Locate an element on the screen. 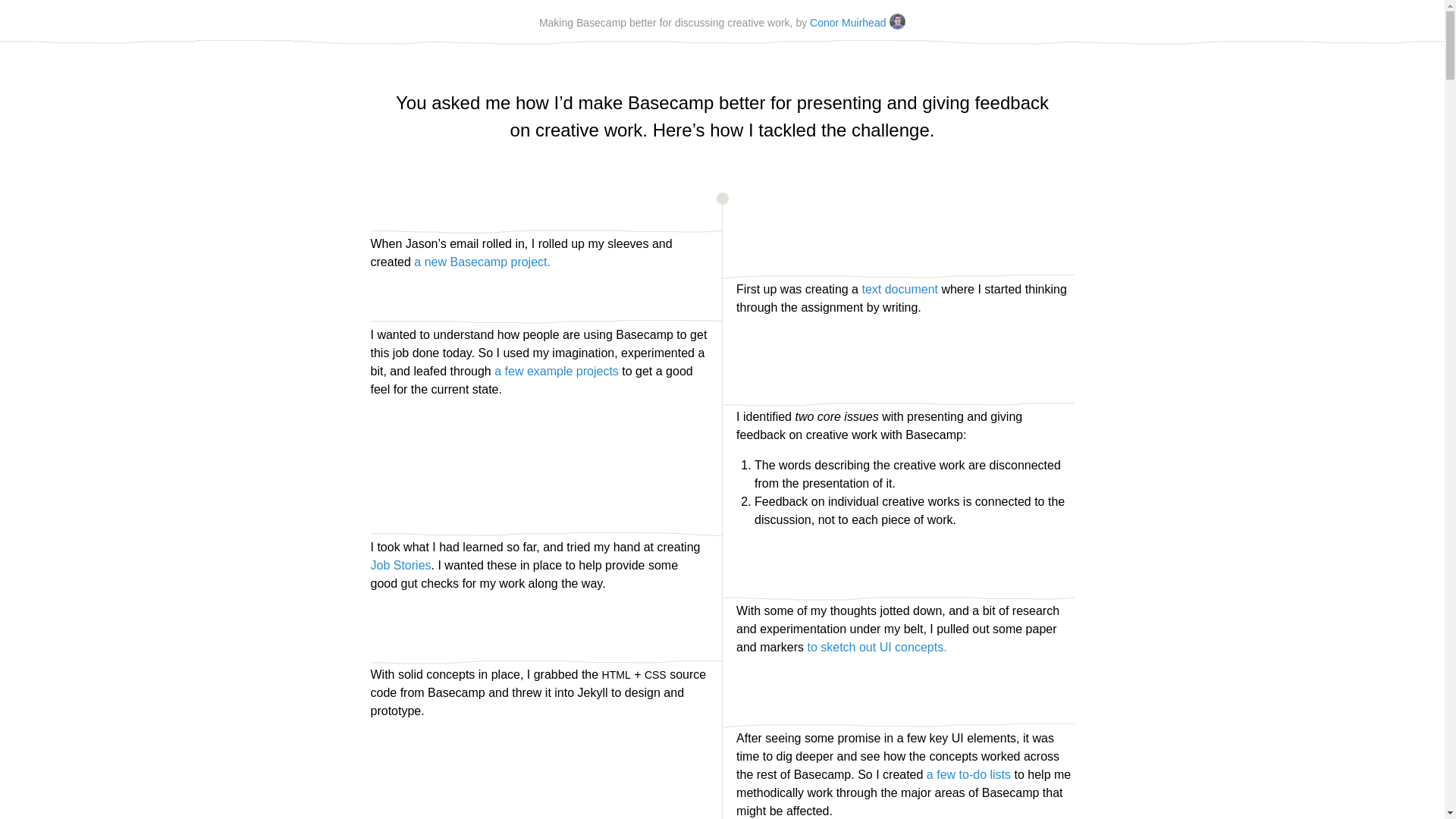  'to-do' is located at coordinates (959, 774).